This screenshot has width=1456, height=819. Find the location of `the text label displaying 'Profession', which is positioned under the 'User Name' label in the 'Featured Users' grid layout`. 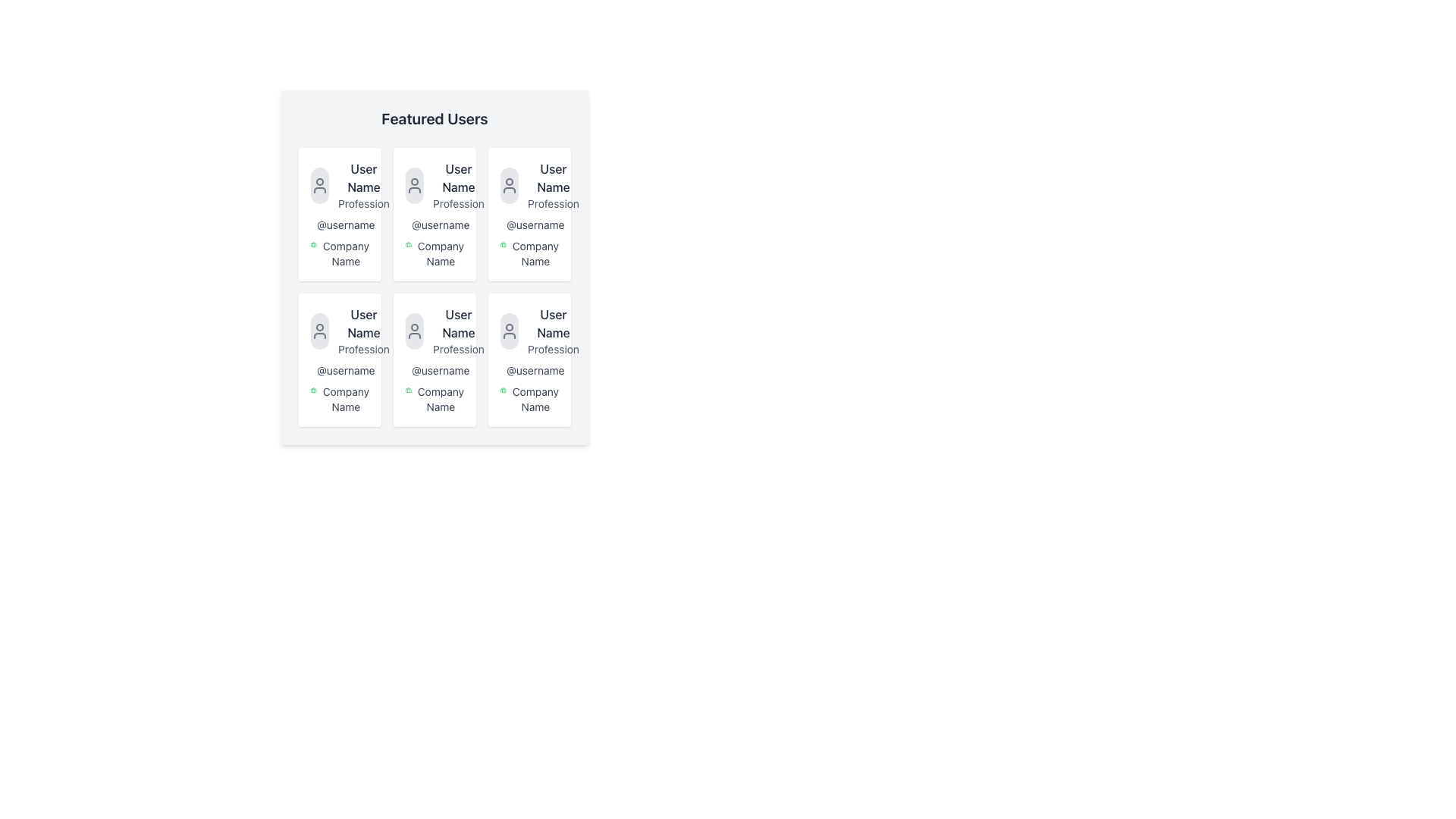

the text label displaying 'Profession', which is positioned under the 'User Name' label in the 'Featured Users' grid layout is located at coordinates (457, 350).